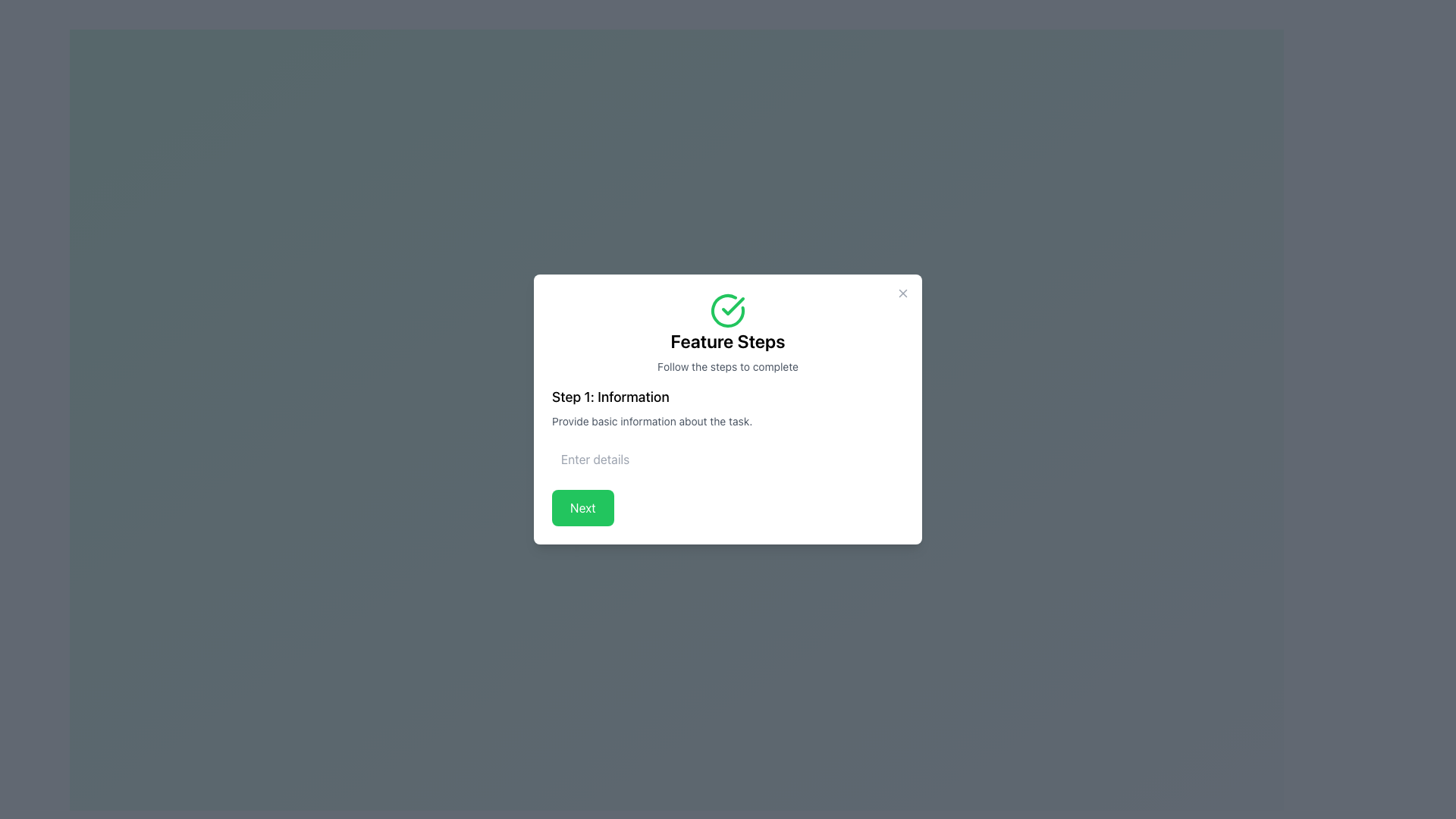 The height and width of the screenshot is (819, 1456). I want to click on the second text label that provides descriptive information or instructions, located below the heading 'Step 1: Information' and above the input box labeled 'Enter details', so click(728, 421).